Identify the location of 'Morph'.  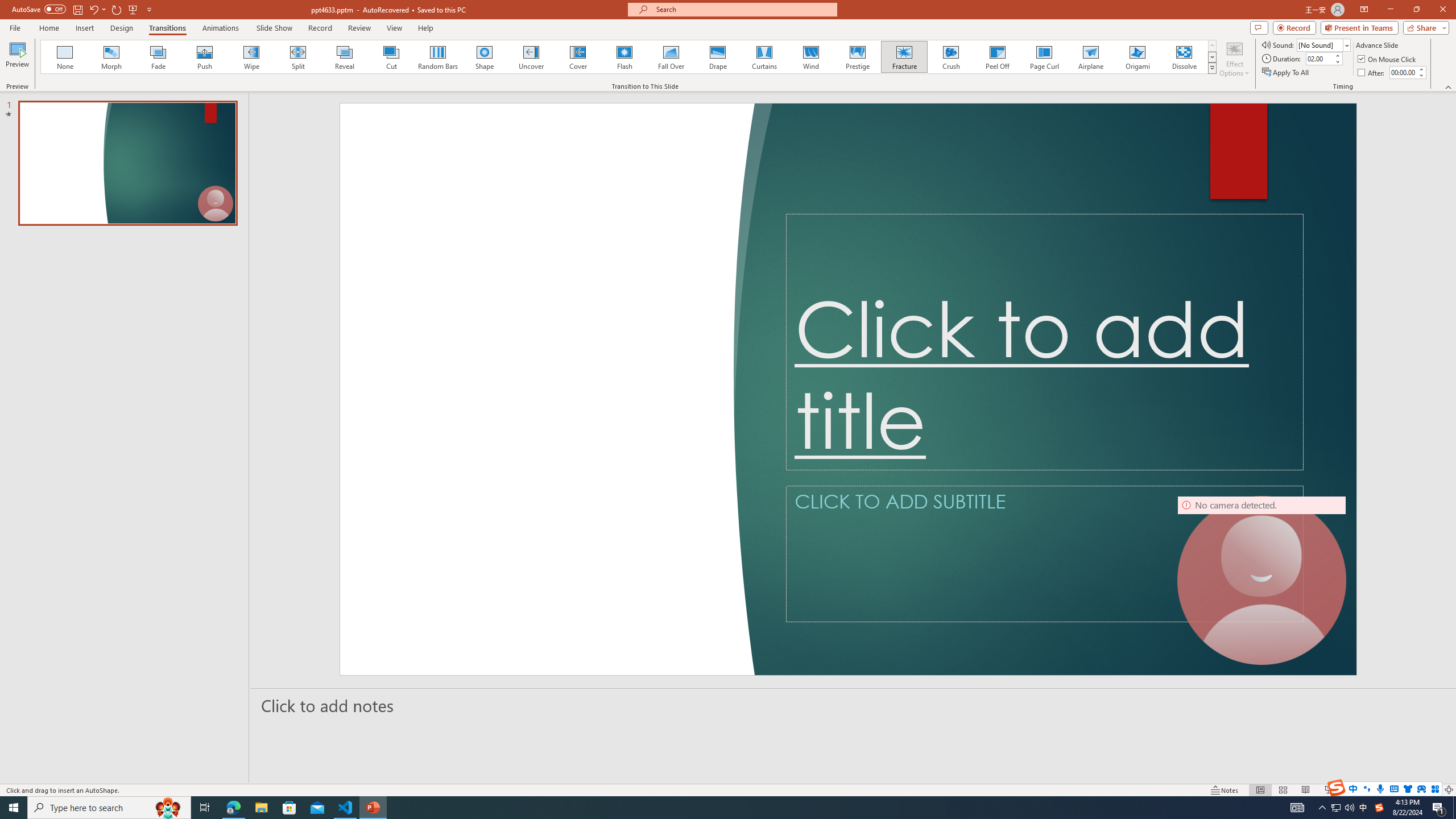
(111, 56).